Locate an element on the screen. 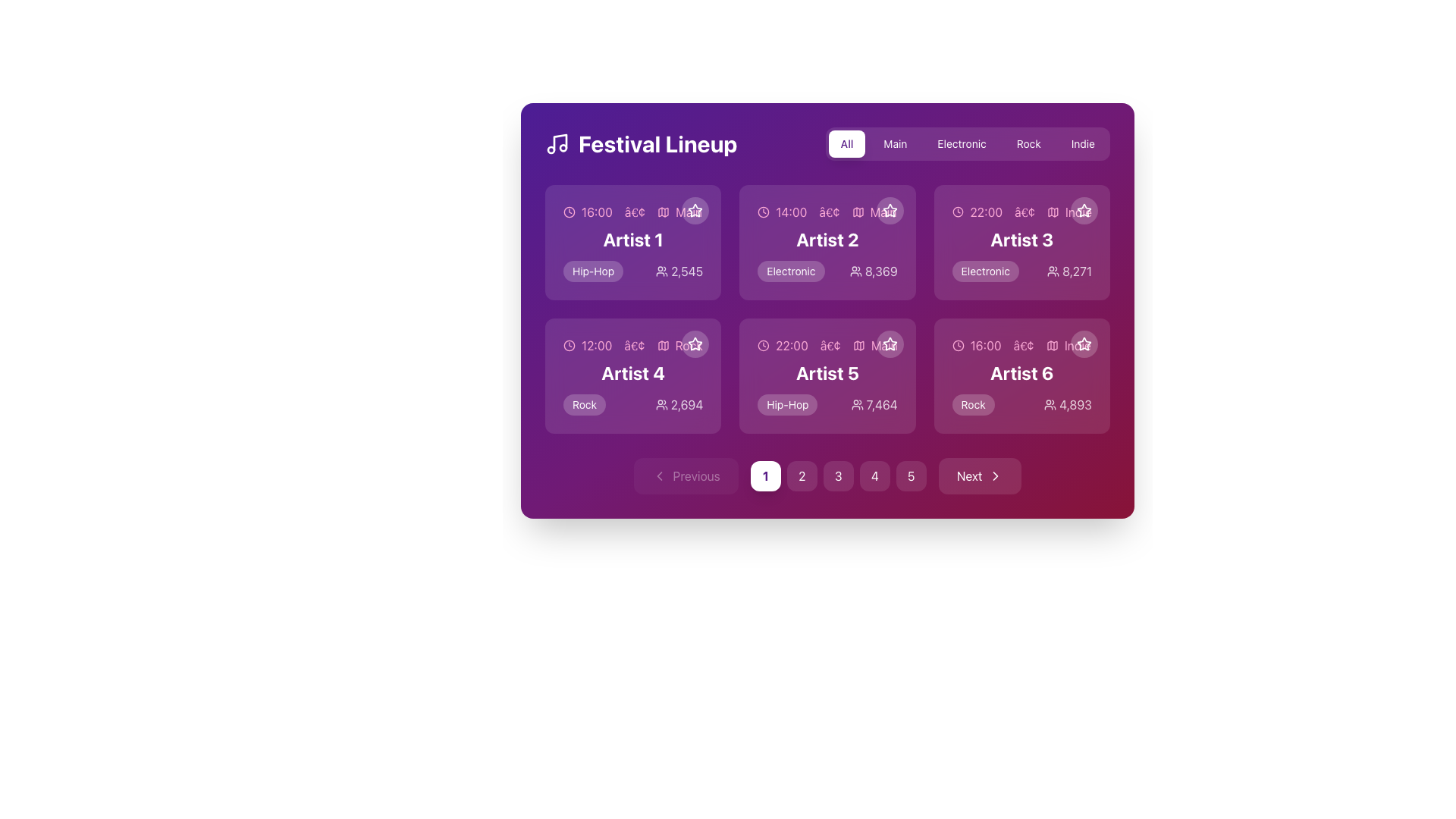 This screenshot has width=1456, height=819. the star icon located within the 'Artist 5' card is located at coordinates (890, 344).